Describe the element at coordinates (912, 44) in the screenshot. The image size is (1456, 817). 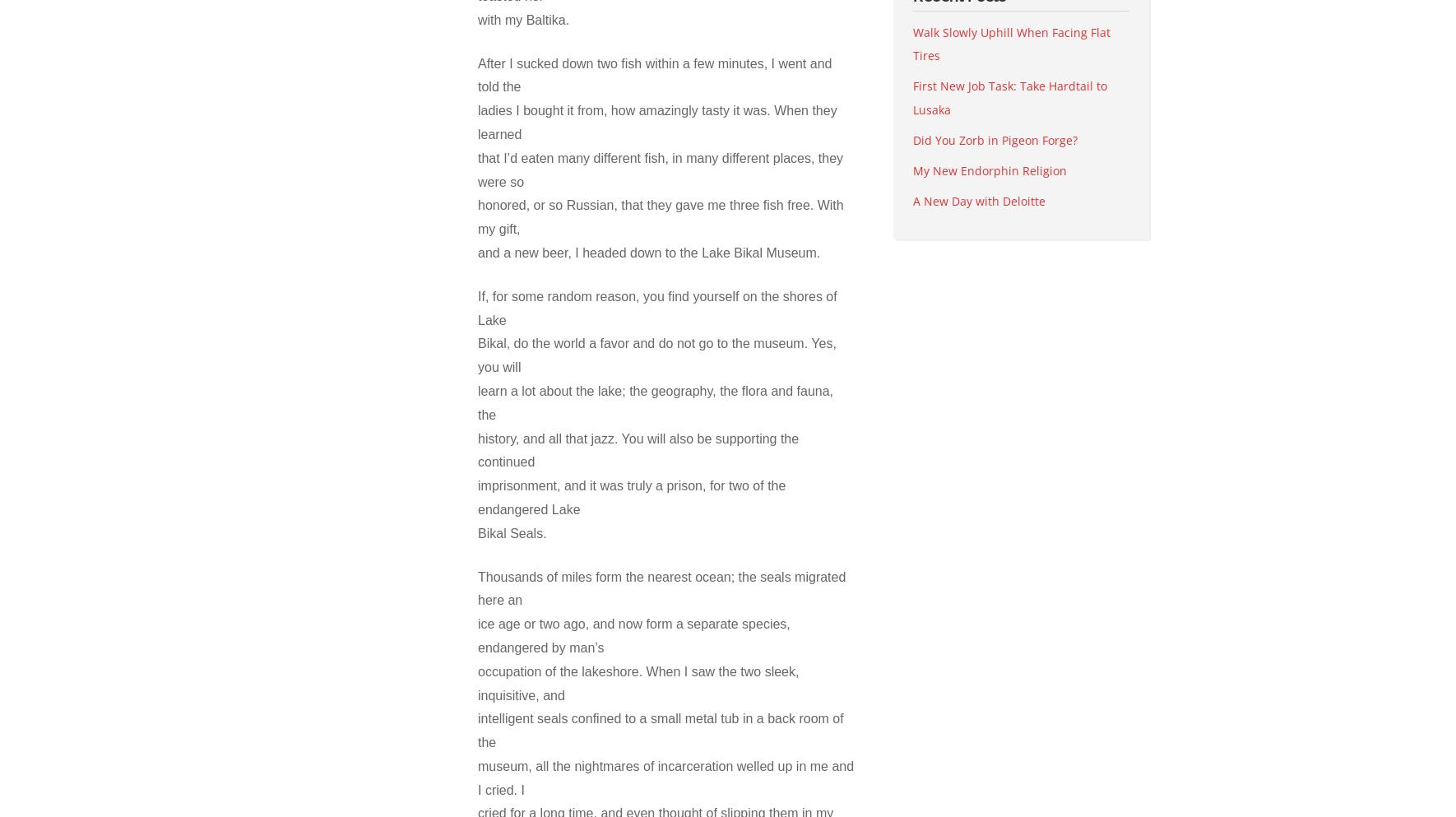
I see `'Walk Slowly Uphill When Facing Flat Tires'` at that location.